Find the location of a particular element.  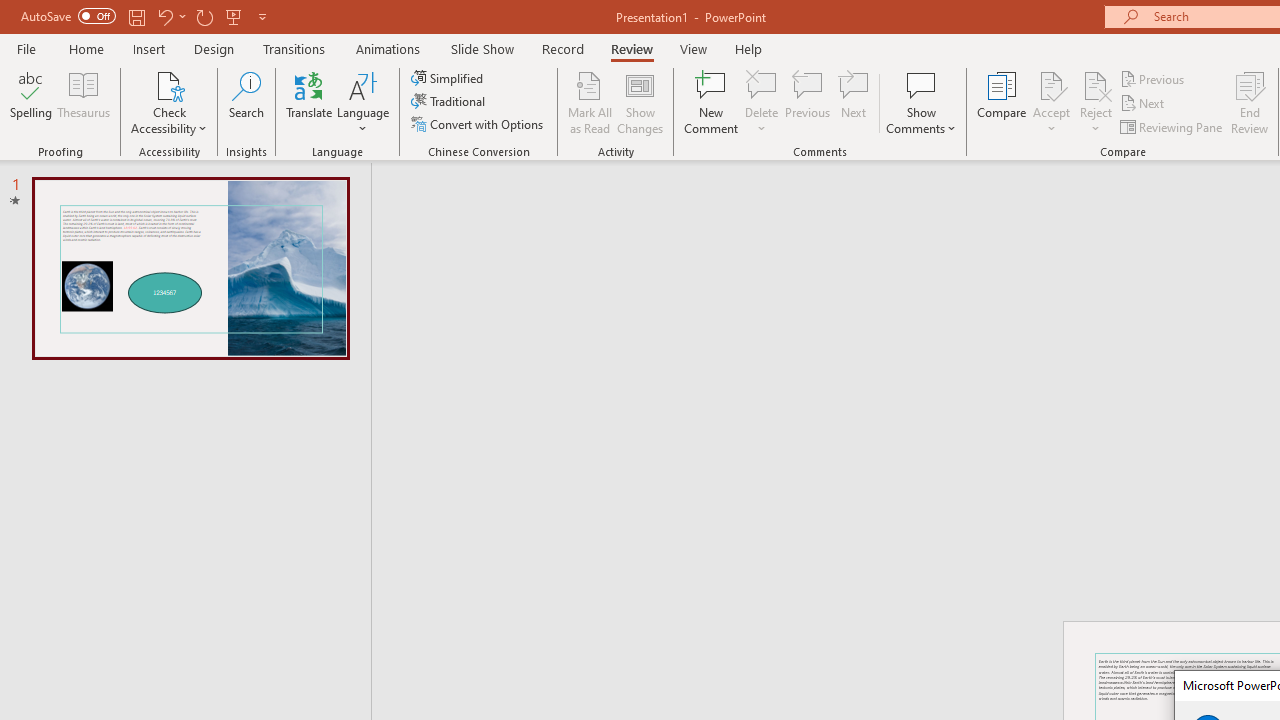

'Thesaurus...' is located at coordinates (82, 103).